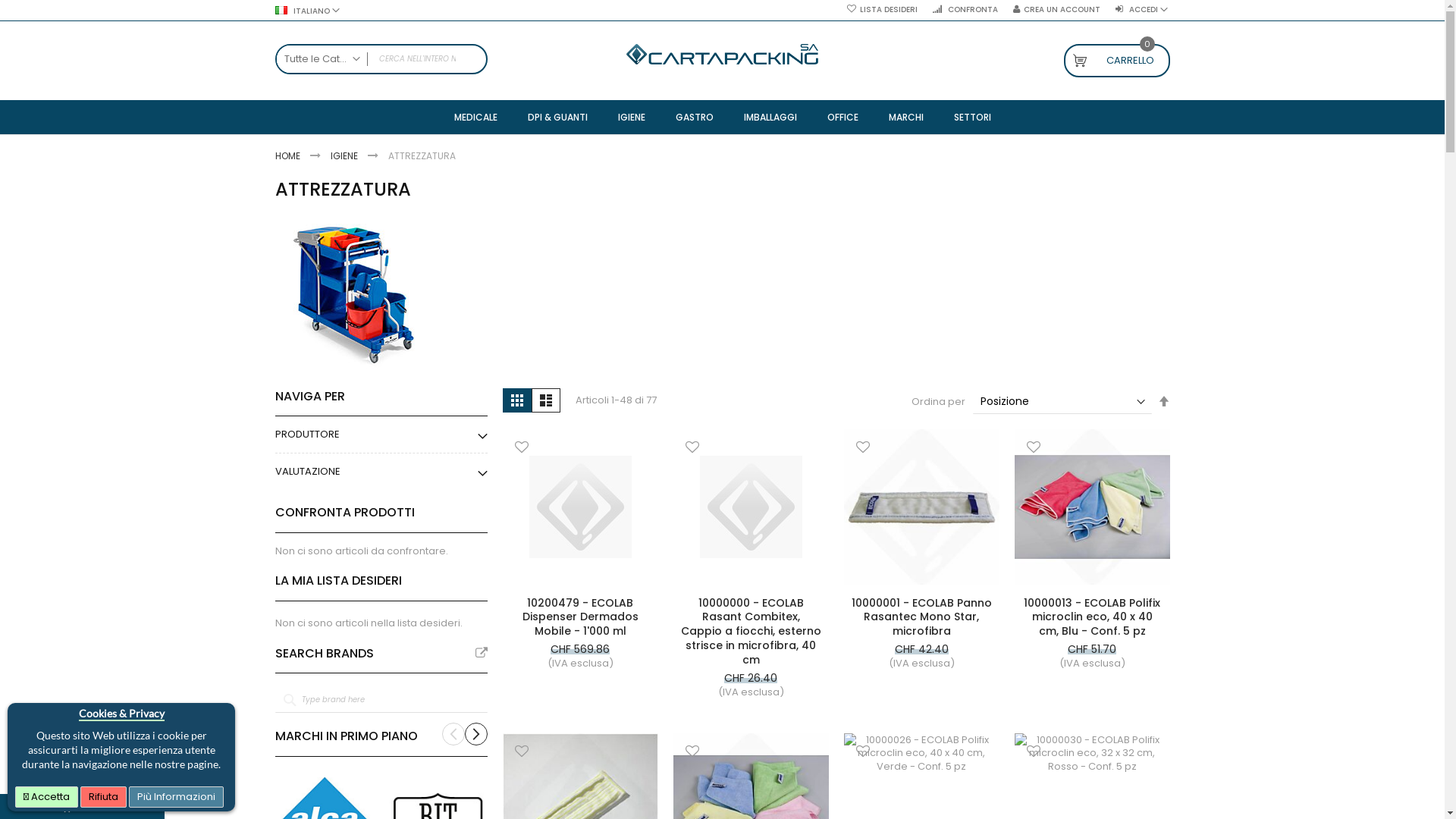 The height and width of the screenshot is (819, 1456). Describe the element at coordinates (693, 116) in the screenshot. I see `'GASTRO'` at that location.